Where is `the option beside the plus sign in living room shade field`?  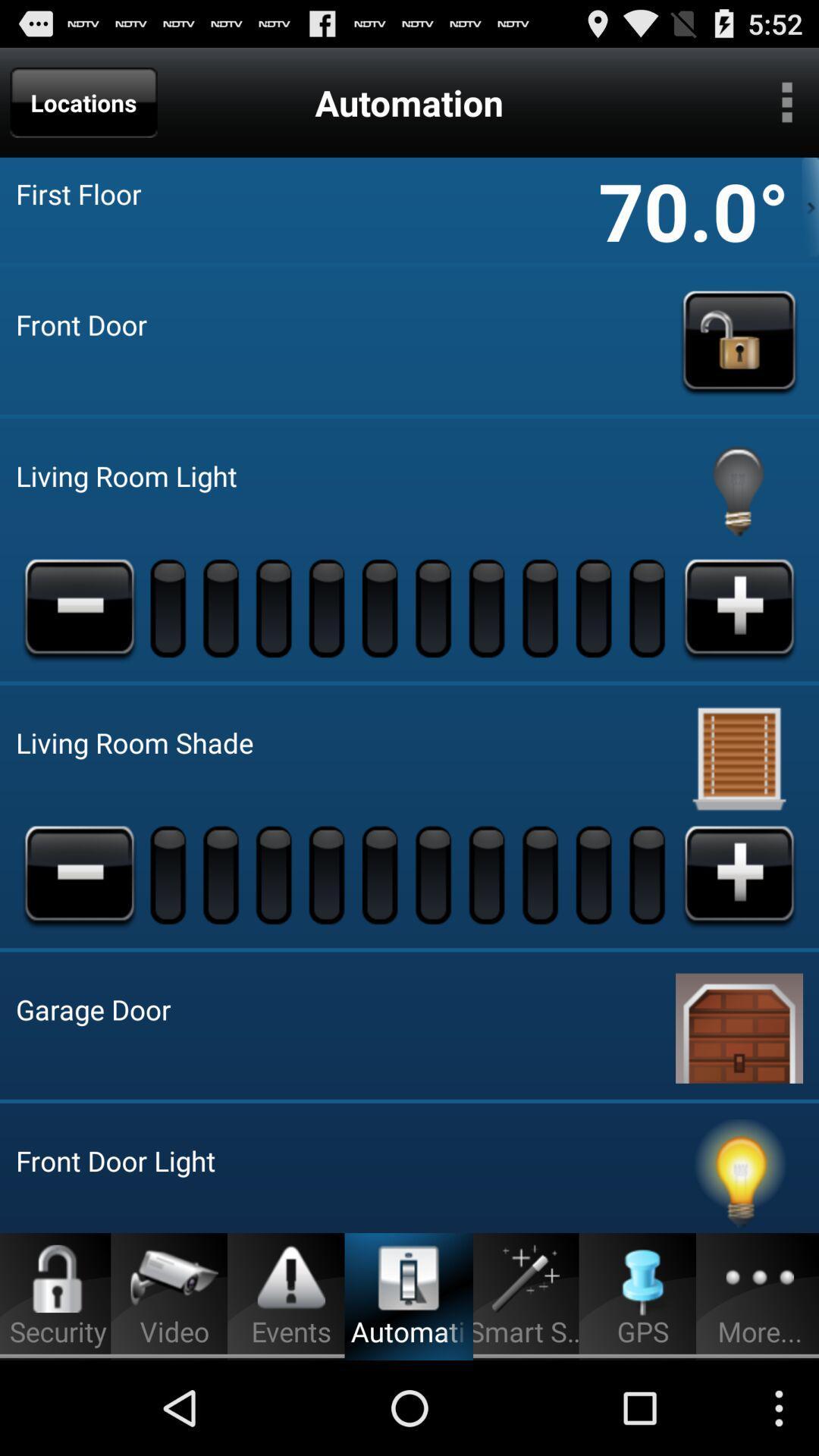 the option beside the plus sign in living room shade field is located at coordinates (648, 874).